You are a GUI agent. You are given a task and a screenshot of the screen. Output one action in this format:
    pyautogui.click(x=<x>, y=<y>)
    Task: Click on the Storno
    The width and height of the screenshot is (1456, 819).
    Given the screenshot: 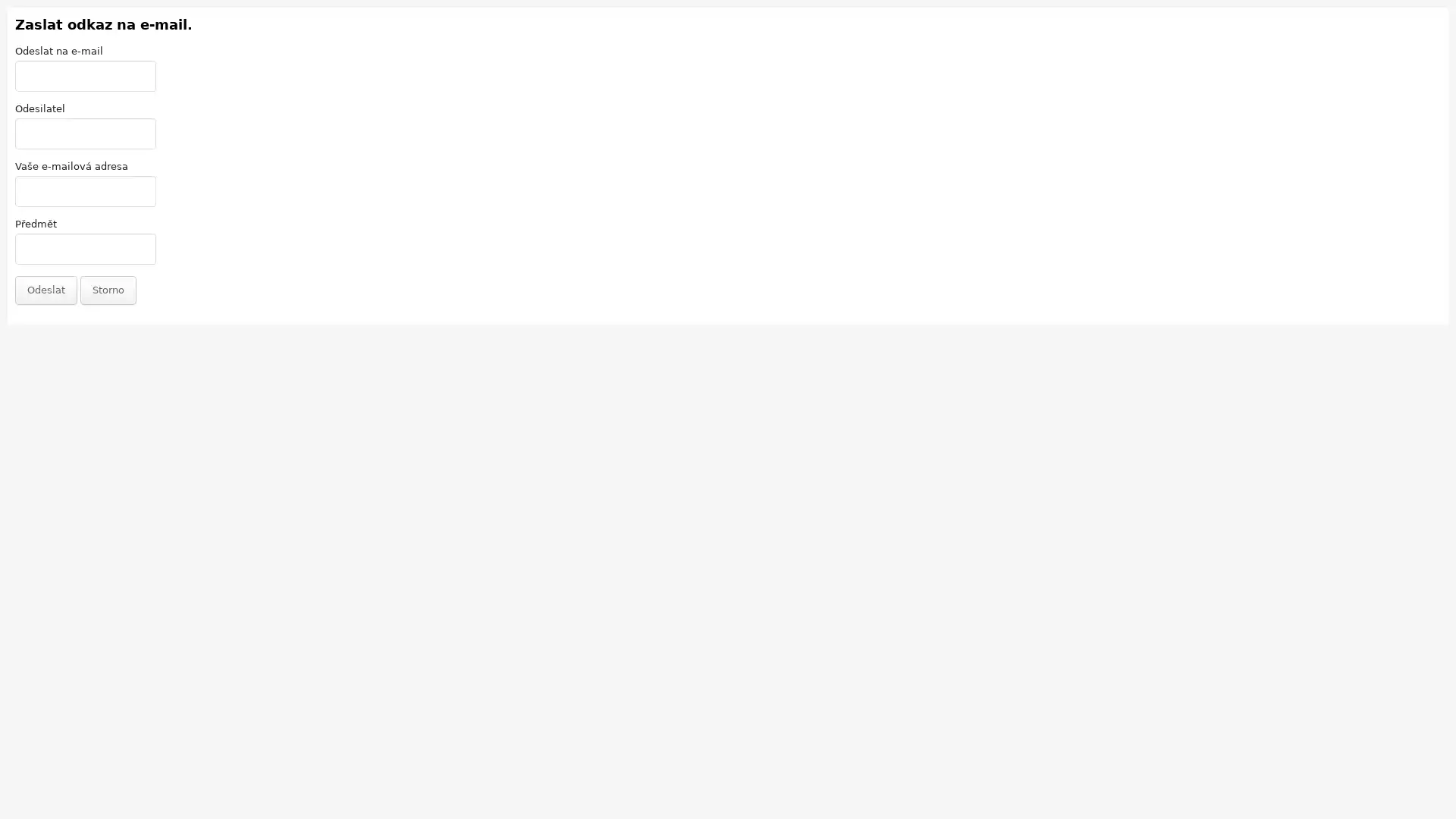 What is the action you would take?
    pyautogui.click(x=108, y=290)
    